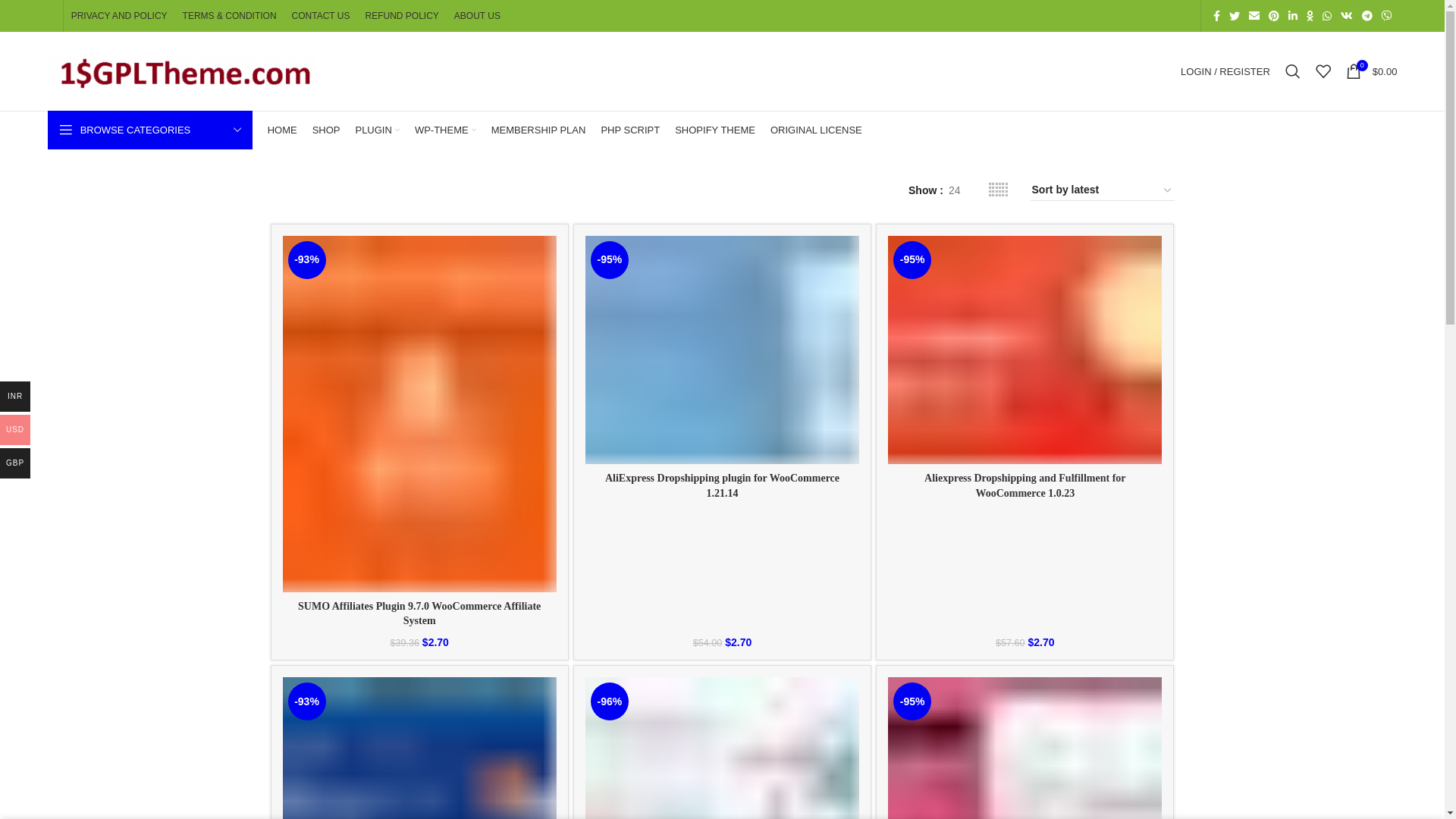  I want to click on 'SHOP', so click(325, 130).